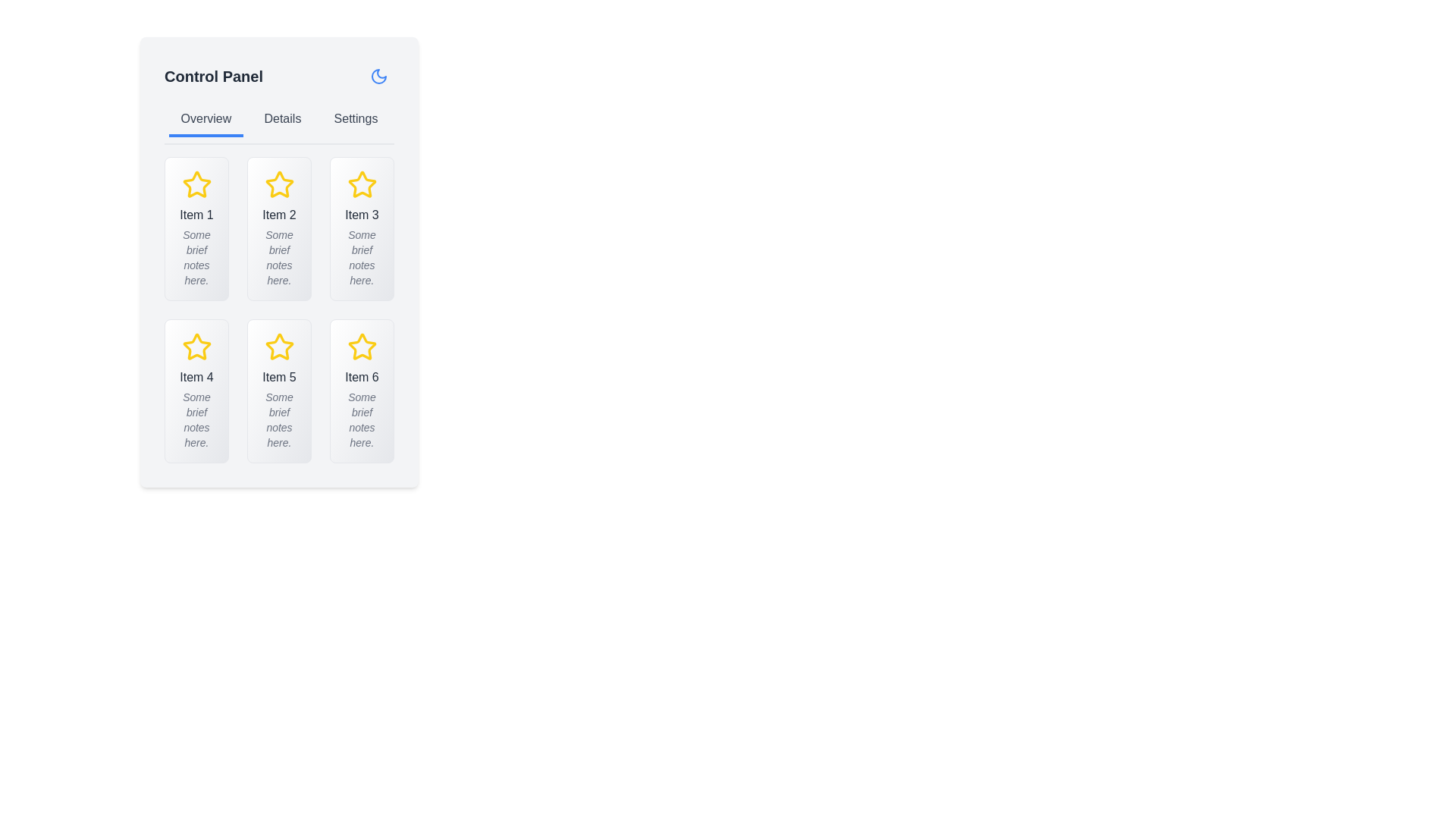 This screenshot has height=819, width=1456. Describe the element at coordinates (361, 184) in the screenshot. I see `the interactive icon representing 'Item 3'` at that location.